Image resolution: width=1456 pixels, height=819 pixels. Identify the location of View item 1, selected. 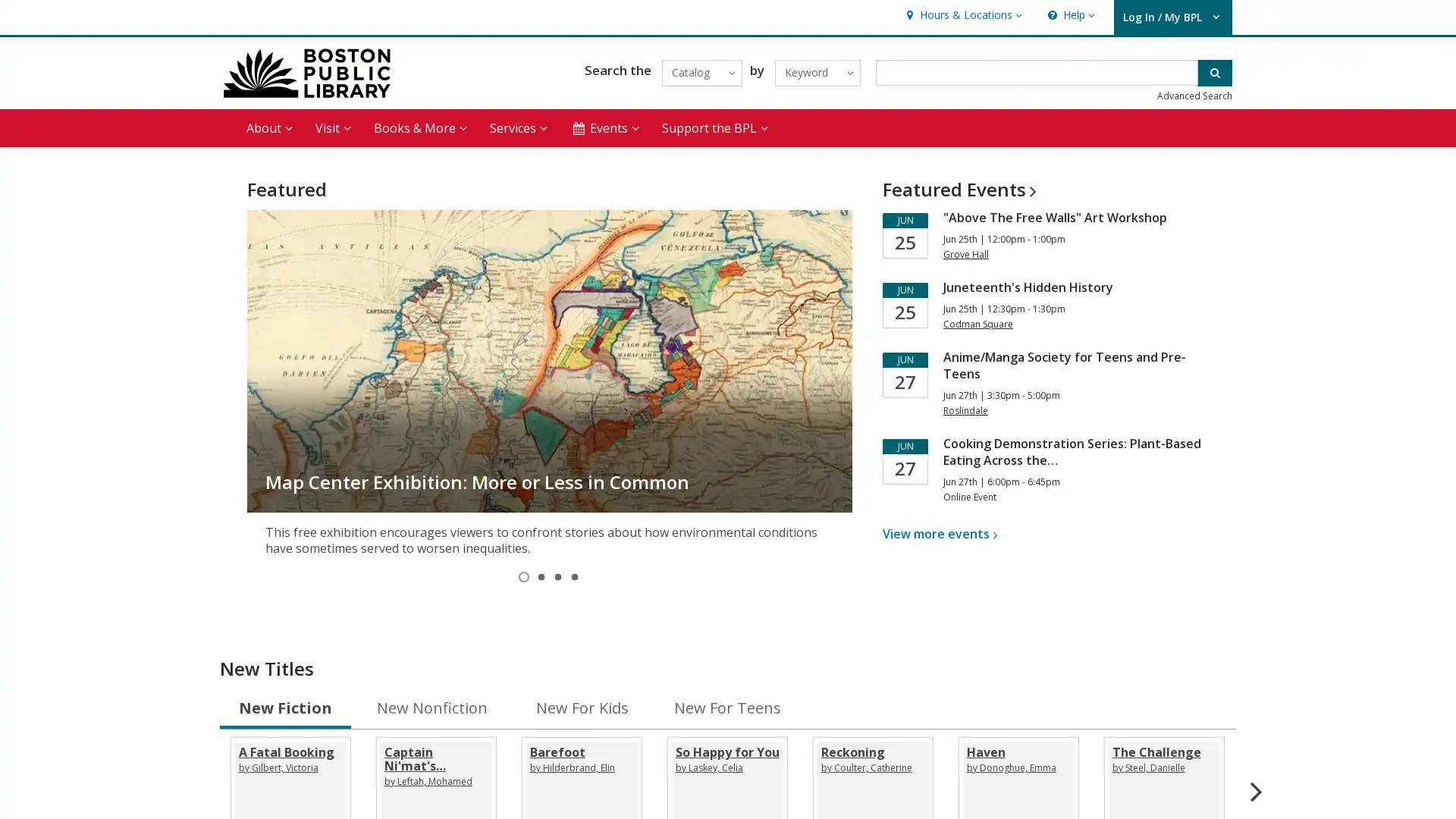
(524, 576).